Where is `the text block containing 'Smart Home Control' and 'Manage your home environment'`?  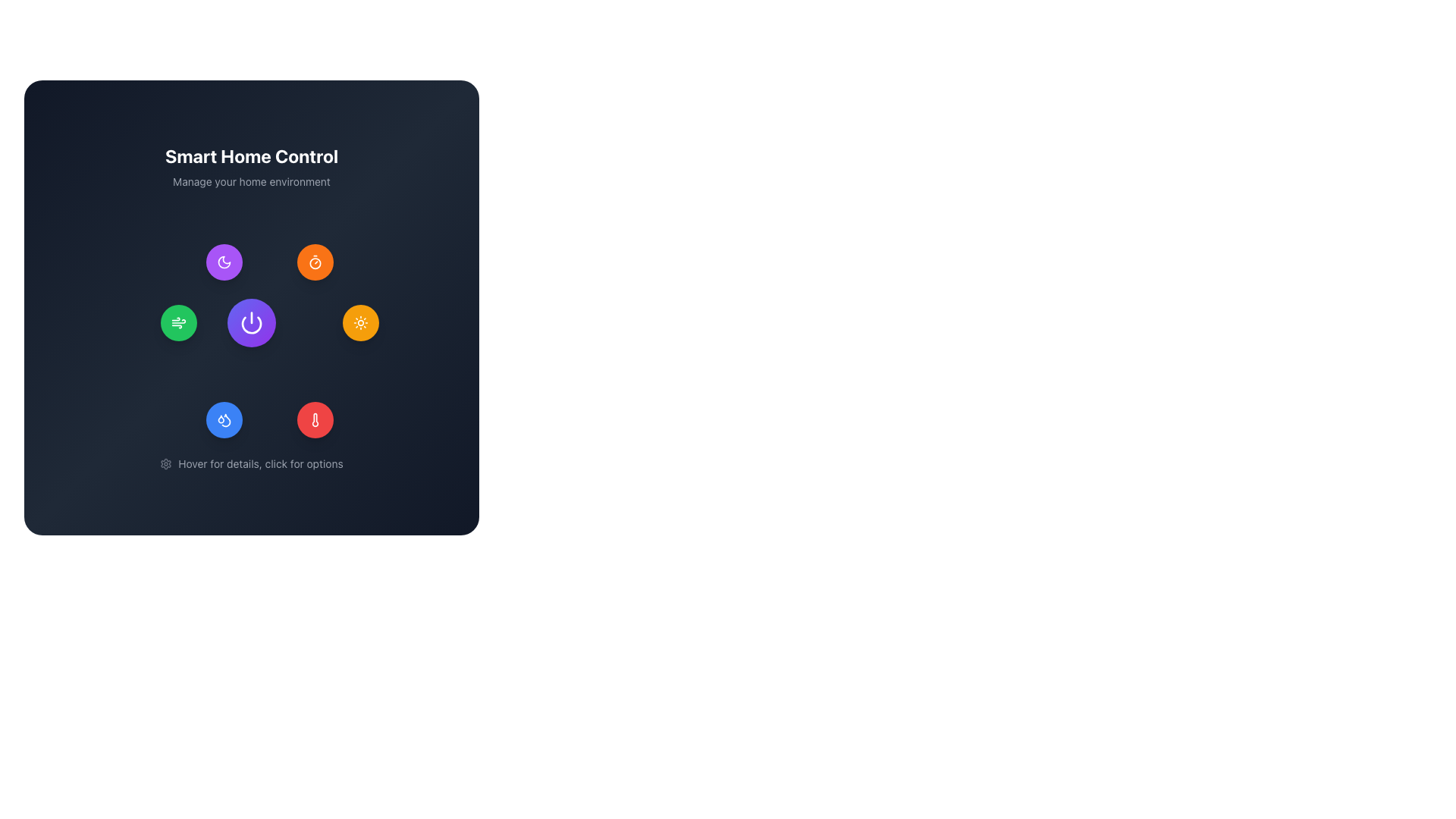 the text block containing 'Smart Home Control' and 'Manage your home environment' is located at coordinates (251, 166).